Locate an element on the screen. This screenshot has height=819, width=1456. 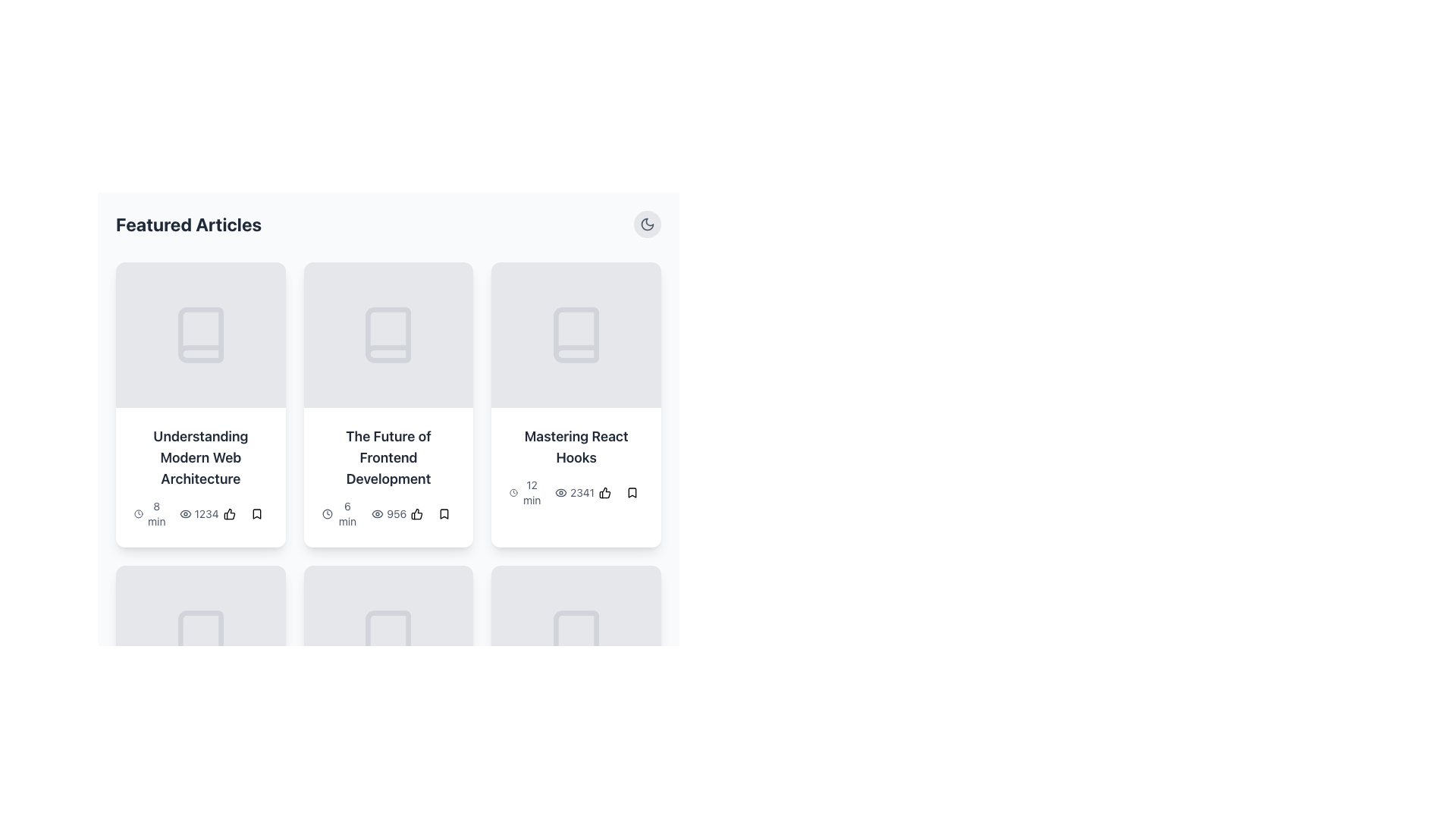
the graphical representation of the book icon, which symbolizes 'The Future of Frontend Development', located in the center of the second card in the first row of the grid is located at coordinates (388, 334).